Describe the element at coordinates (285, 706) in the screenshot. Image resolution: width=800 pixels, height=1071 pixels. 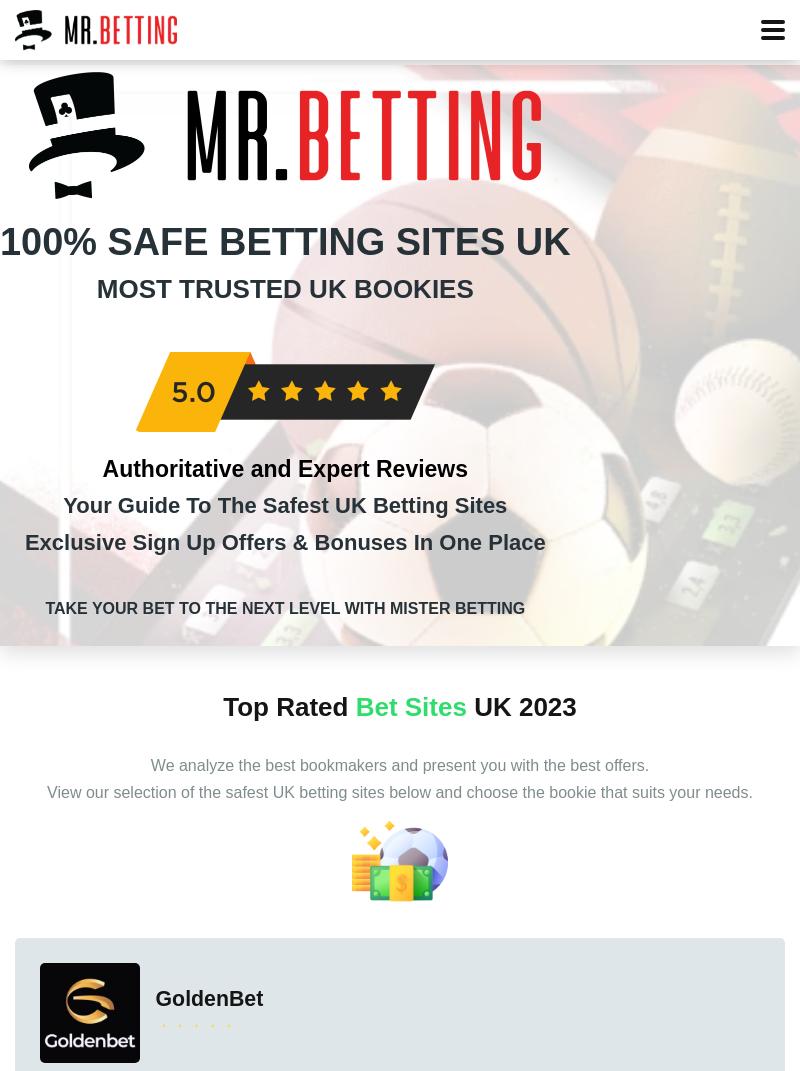
I see `'Top Rated'` at that location.